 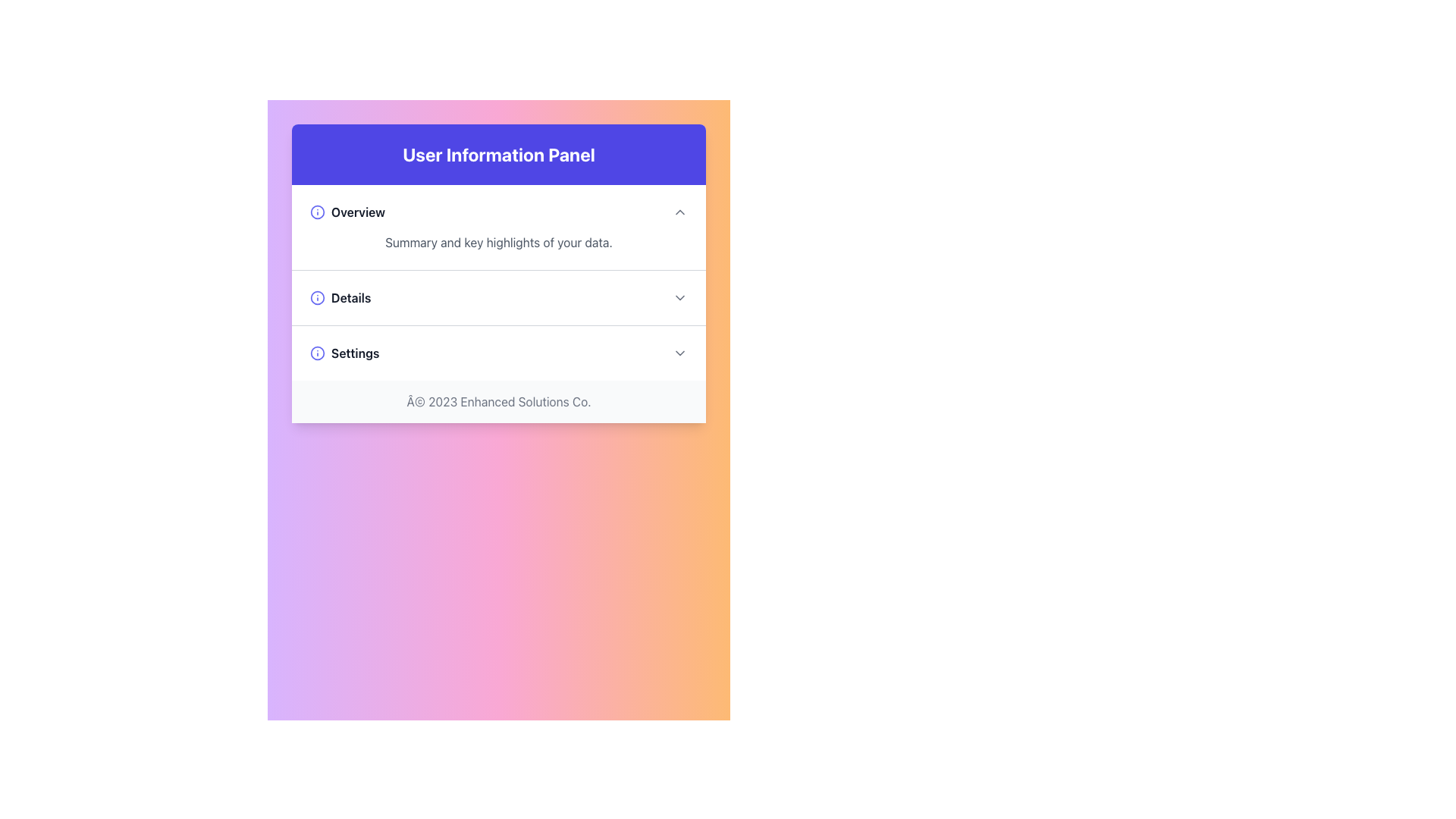 What do you see at coordinates (316, 212) in the screenshot?
I see `the circular indigo icon with an 'i' symbol located to the left of the 'Overview' text in the main panel` at bounding box center [316, 212].